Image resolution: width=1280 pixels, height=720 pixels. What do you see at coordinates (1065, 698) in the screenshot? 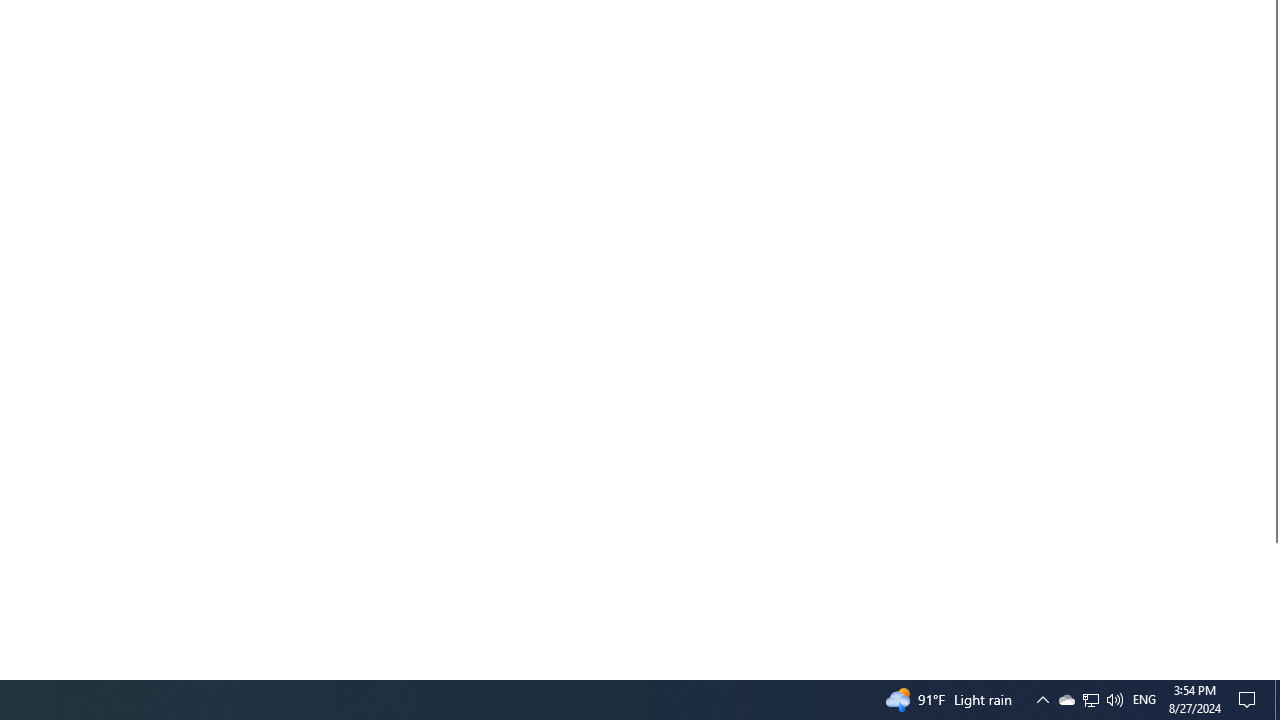
I see `'Q2790: 100%'` at bounding box center [1065, 698].